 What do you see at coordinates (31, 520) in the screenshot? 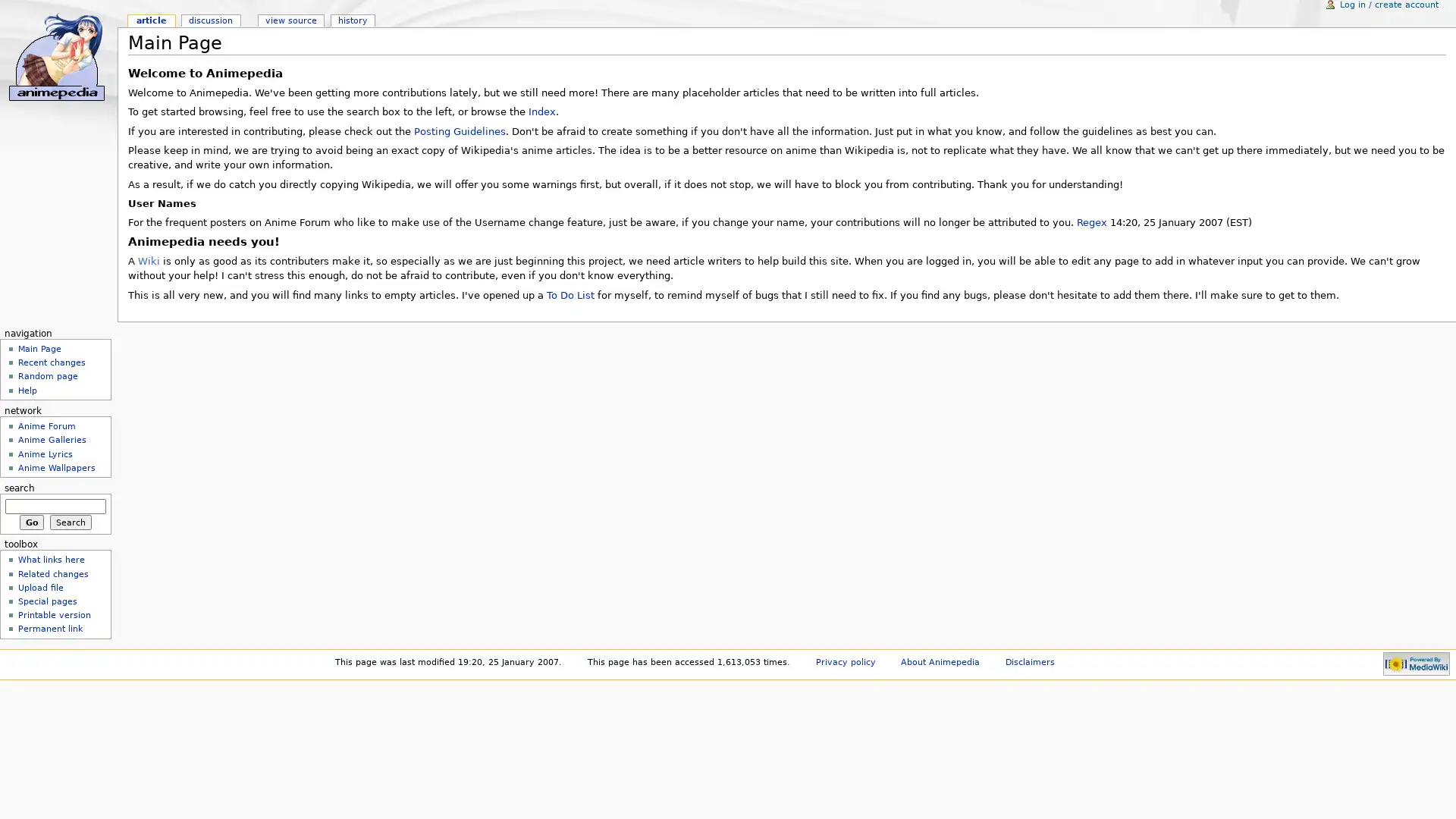
I see `Go` at bounding box center [31, 520].